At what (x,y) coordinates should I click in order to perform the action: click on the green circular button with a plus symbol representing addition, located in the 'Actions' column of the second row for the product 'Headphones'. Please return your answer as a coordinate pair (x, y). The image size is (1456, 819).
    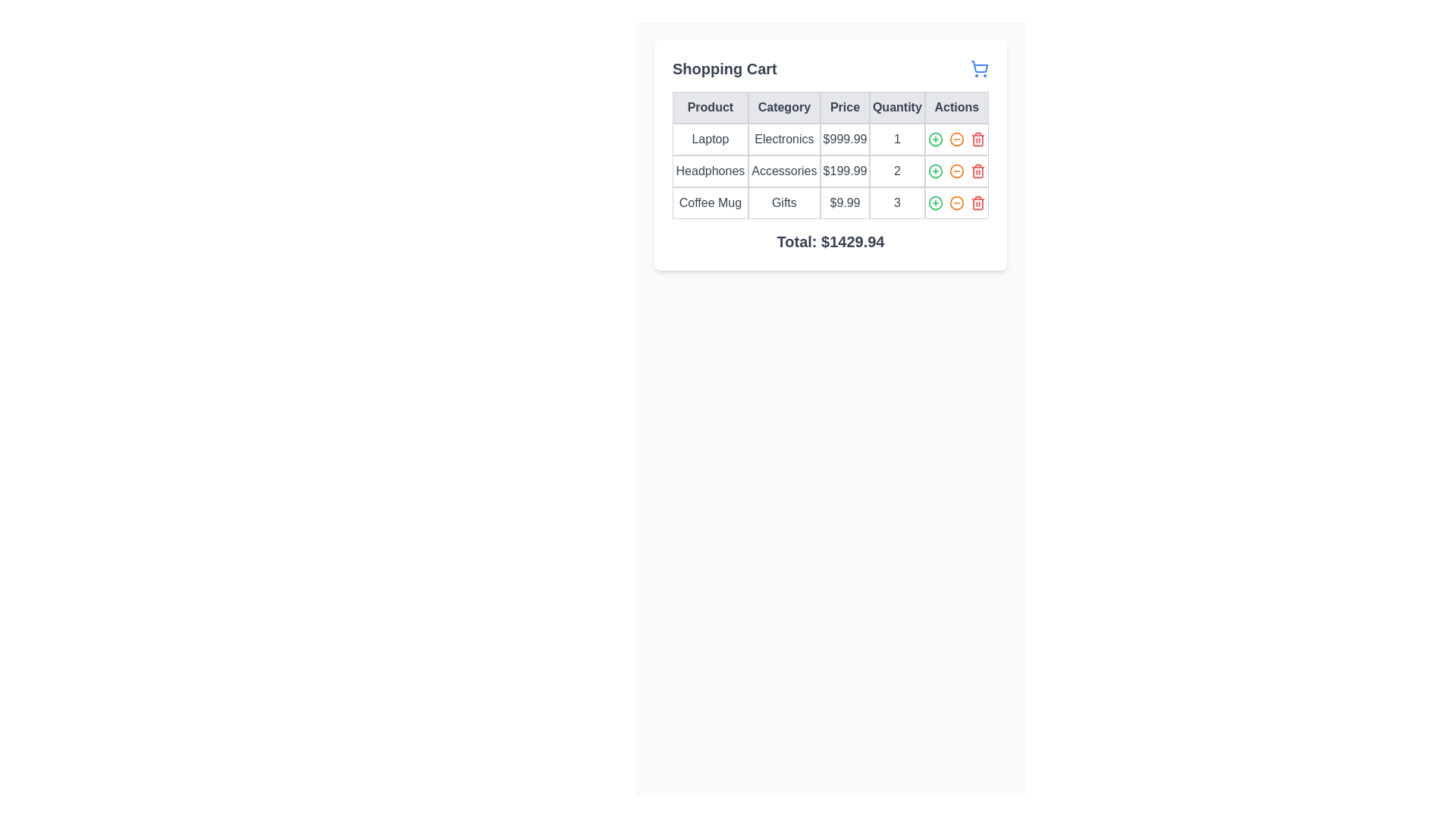
    Looking at the image, I should click on (934, 171).